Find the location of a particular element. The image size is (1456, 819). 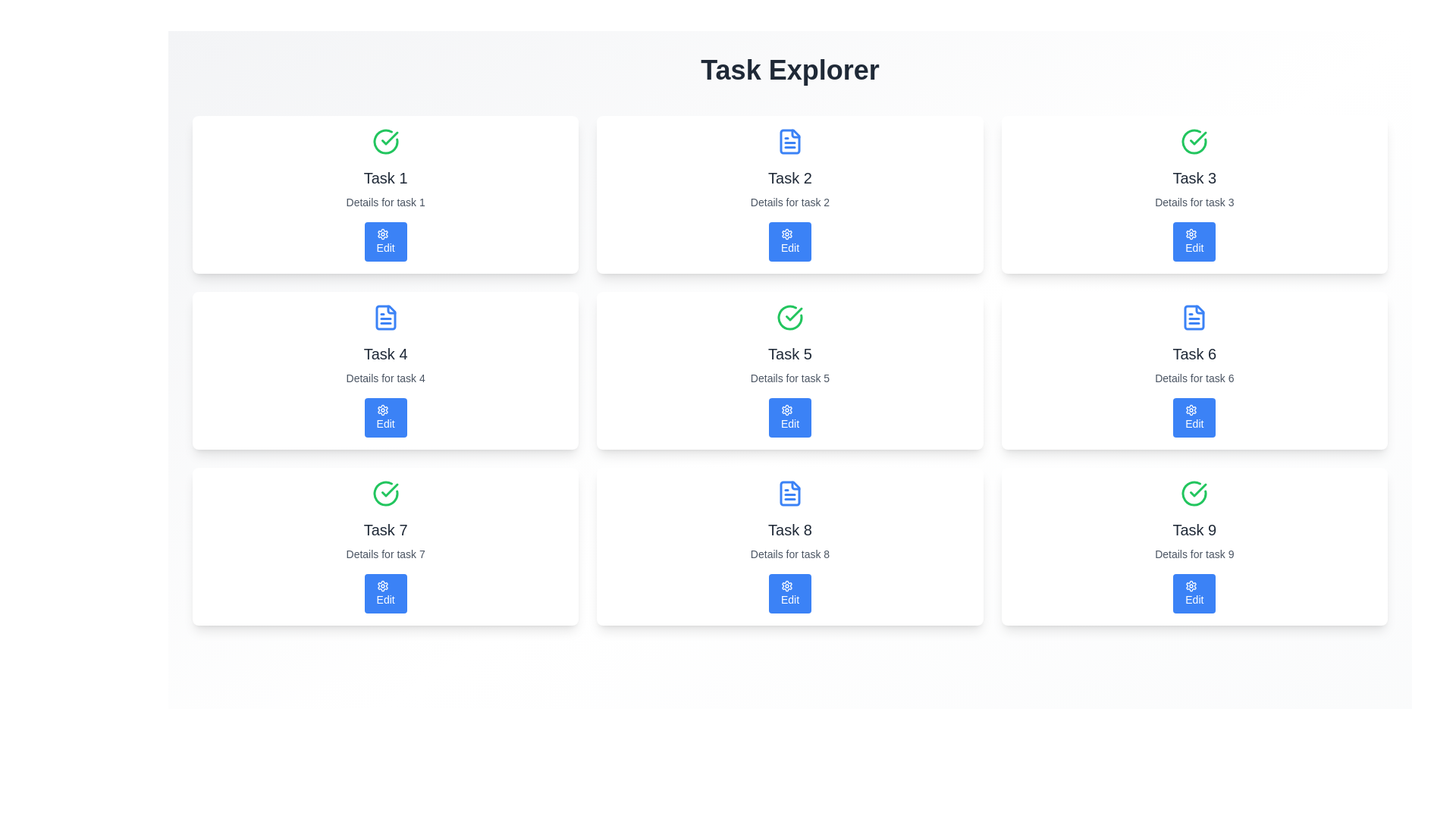

the settings icon located in the card displaying 'Task 2' in the second column of the first row of the task grid is located at coordinates (786, 234).